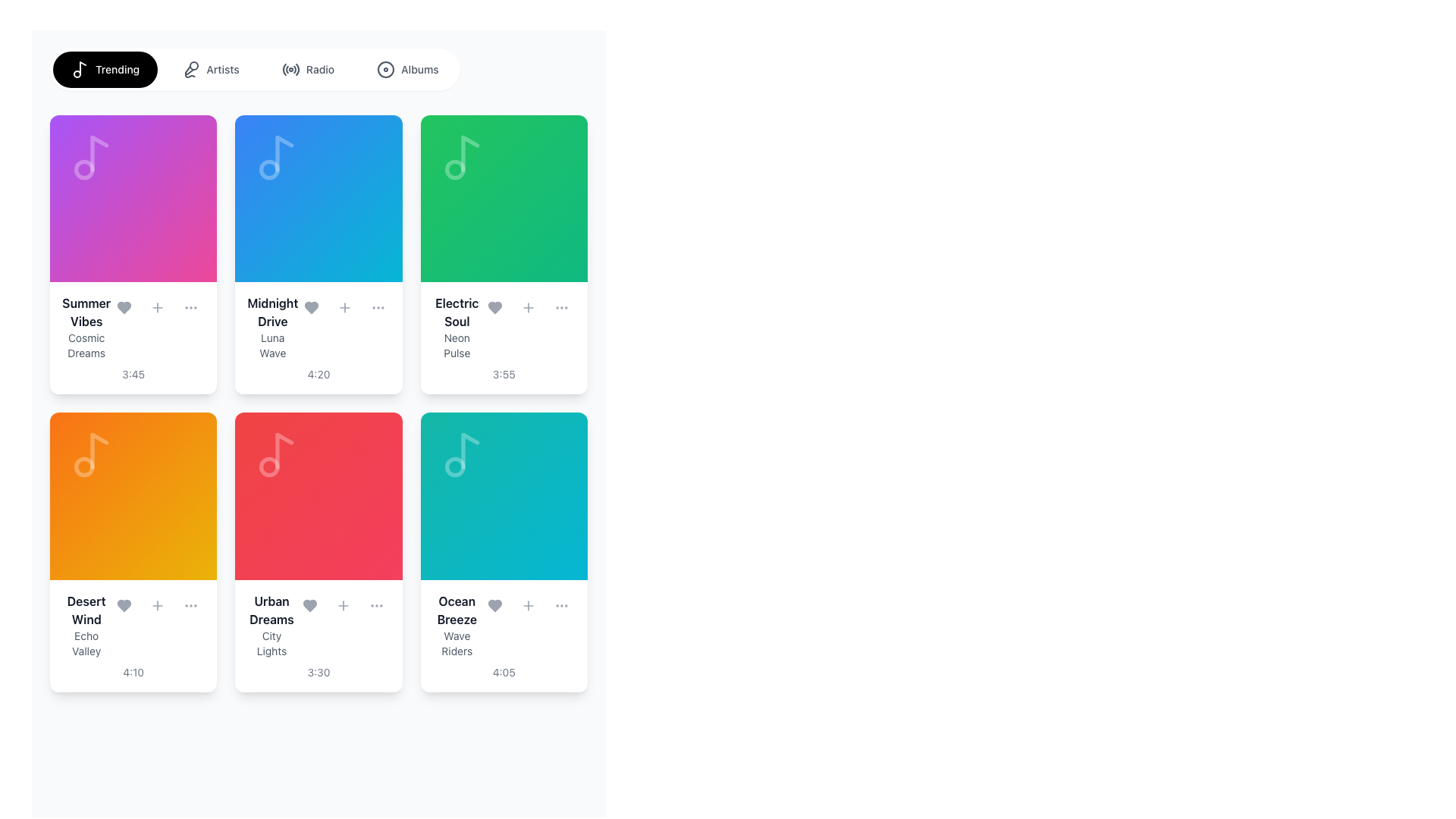 Image resolution: width=1456 pixels, height=819 pixels. I want to click on the heart-shaped gray interactive icon located in the action button group of the 'Electric Soul' card by 'Neon Pulse', so click(494, 307).